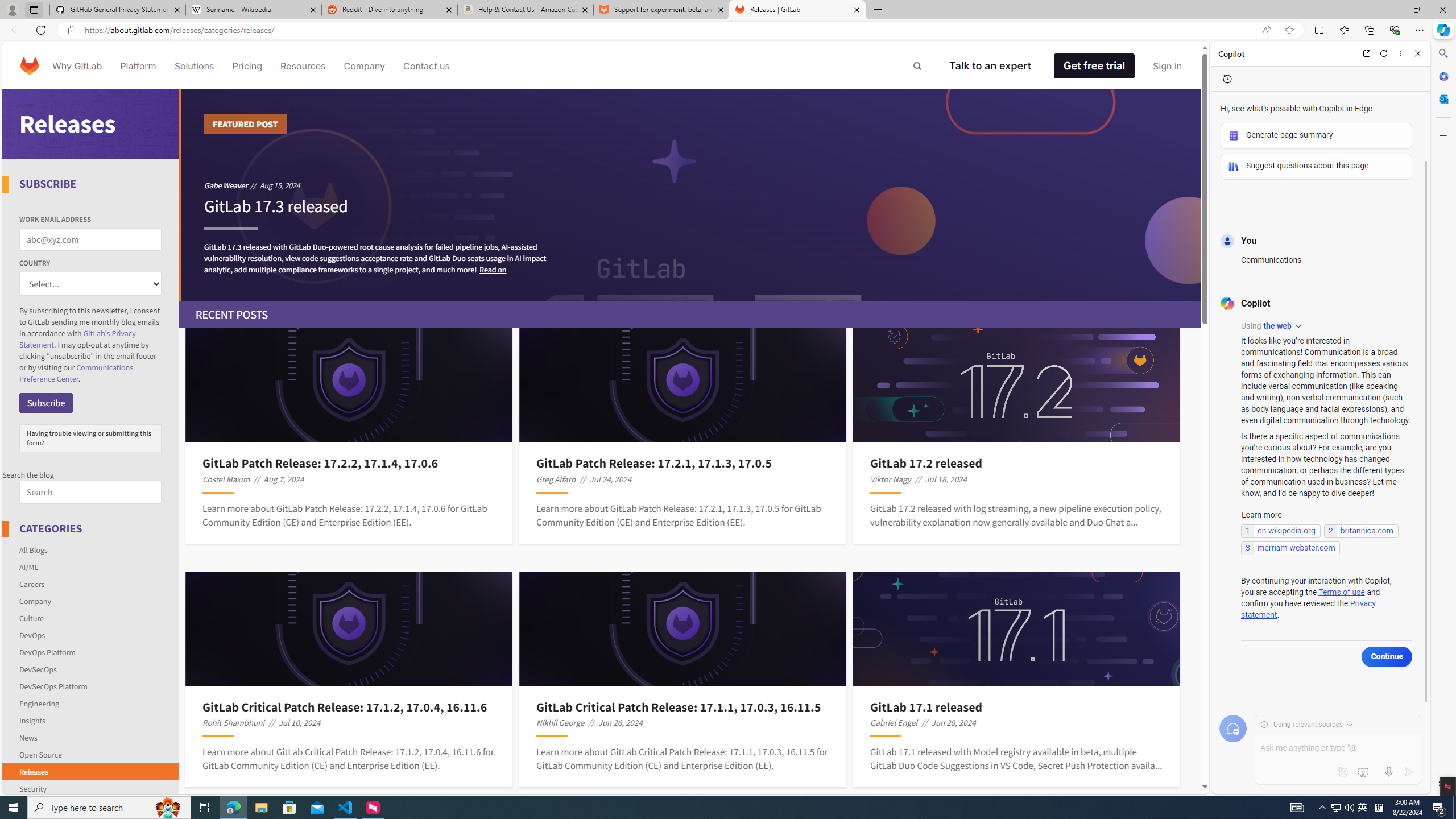 This screenshot has width=1456, height=819. I want to click on 'DevSecOps Platform', so click(53, 686).